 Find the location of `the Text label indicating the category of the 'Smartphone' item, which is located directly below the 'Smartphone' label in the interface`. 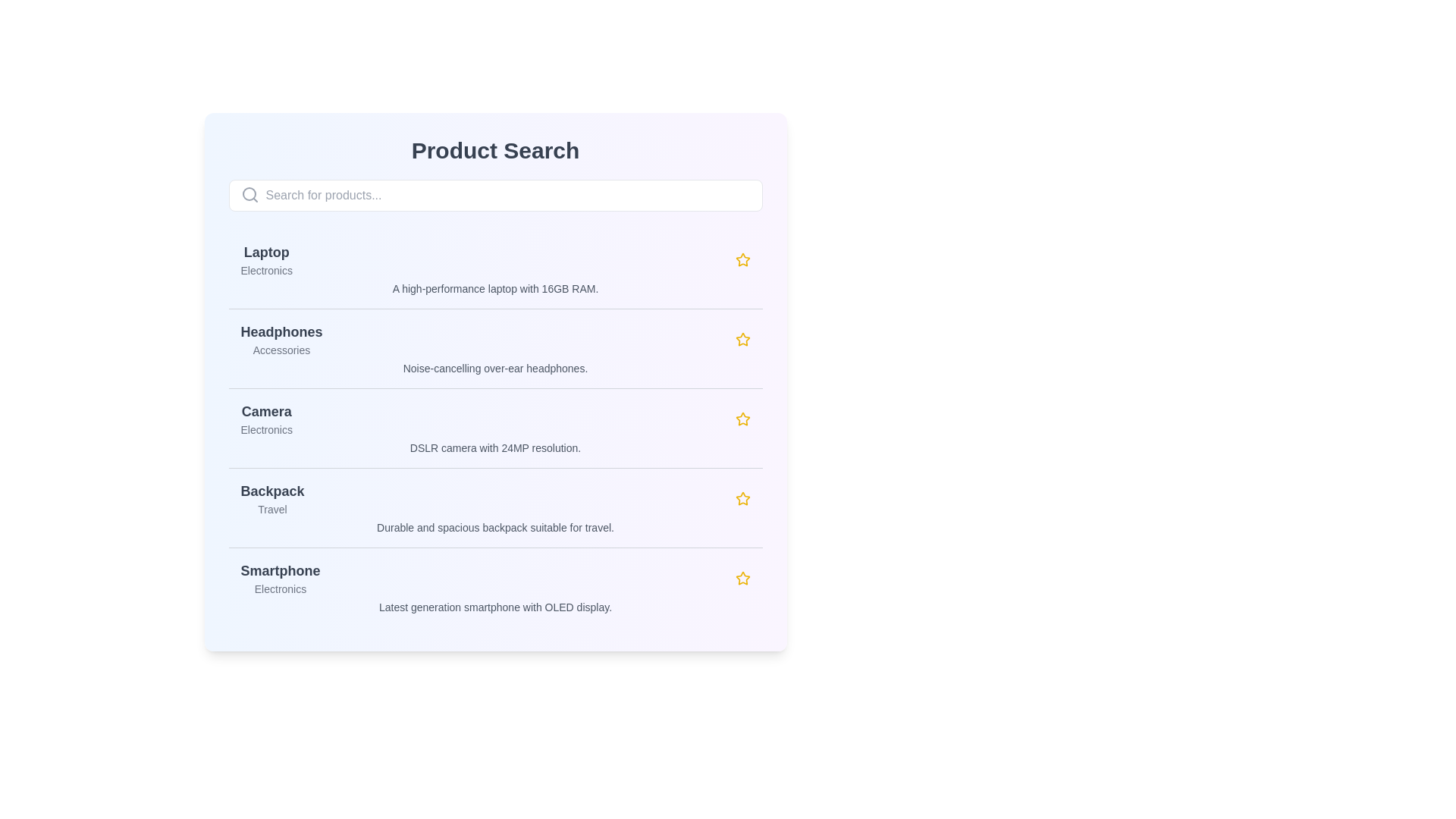

the Text label indicating the category of the 'Smartphone' item, which is located directly below the 'Smartphone' label in the interface is located at coordinates (280, 588).